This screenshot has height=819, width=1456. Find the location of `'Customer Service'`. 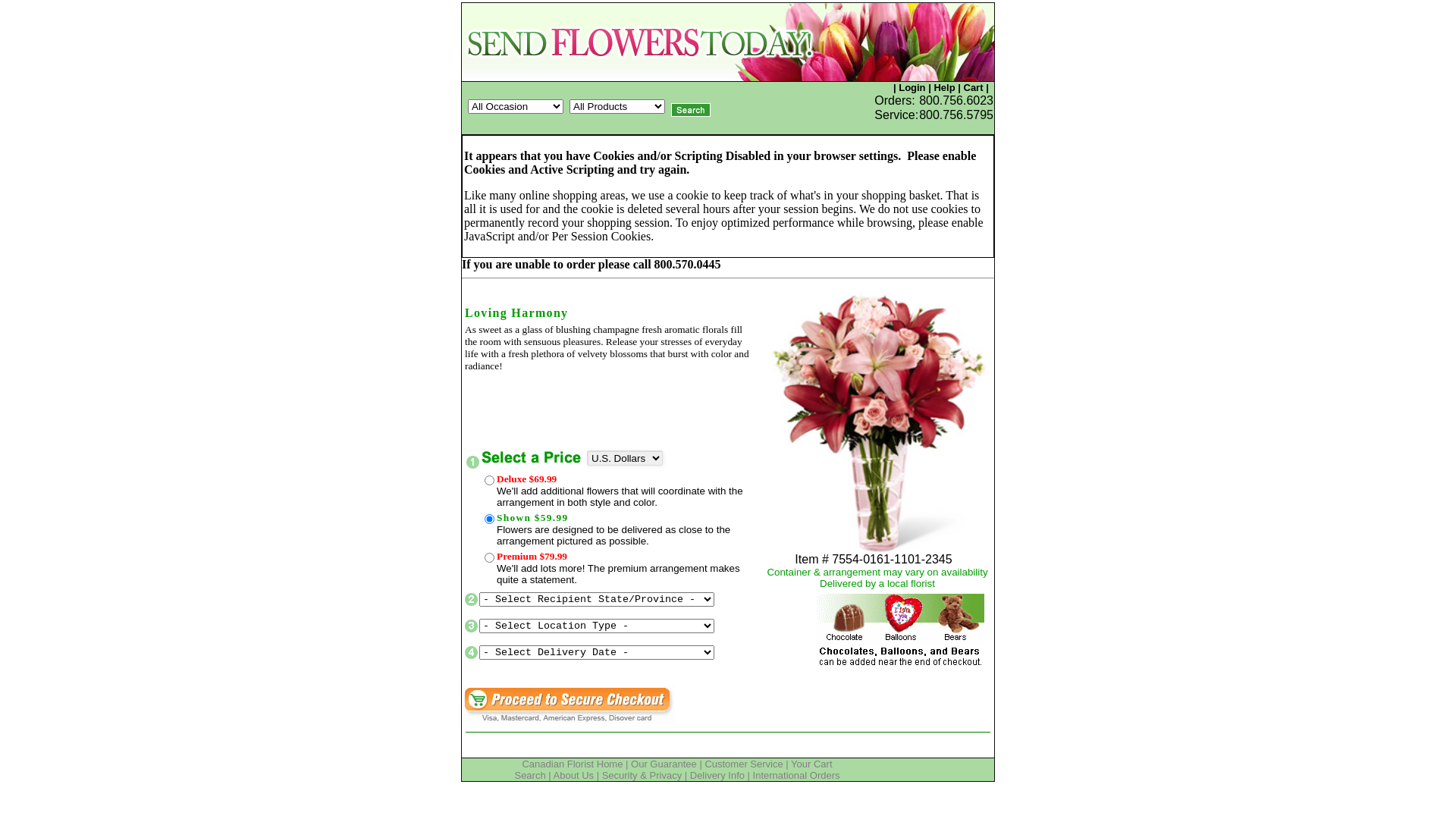

'Customer Service' is located at coordinates (743, 764).